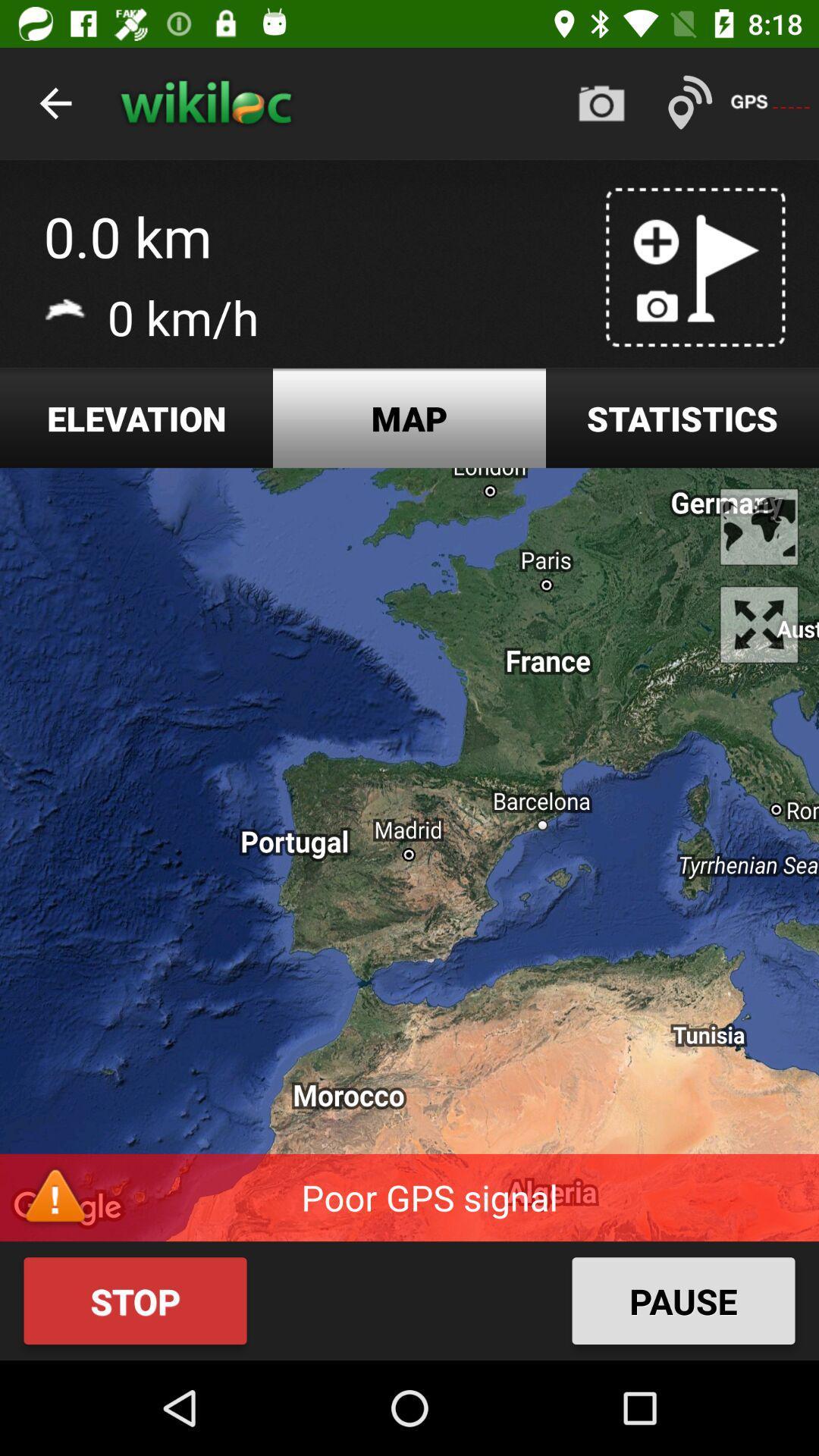 Image resolution: width=819 pixels, height=1456 pixels. I want to click on icon above stop, so click(409, 855).